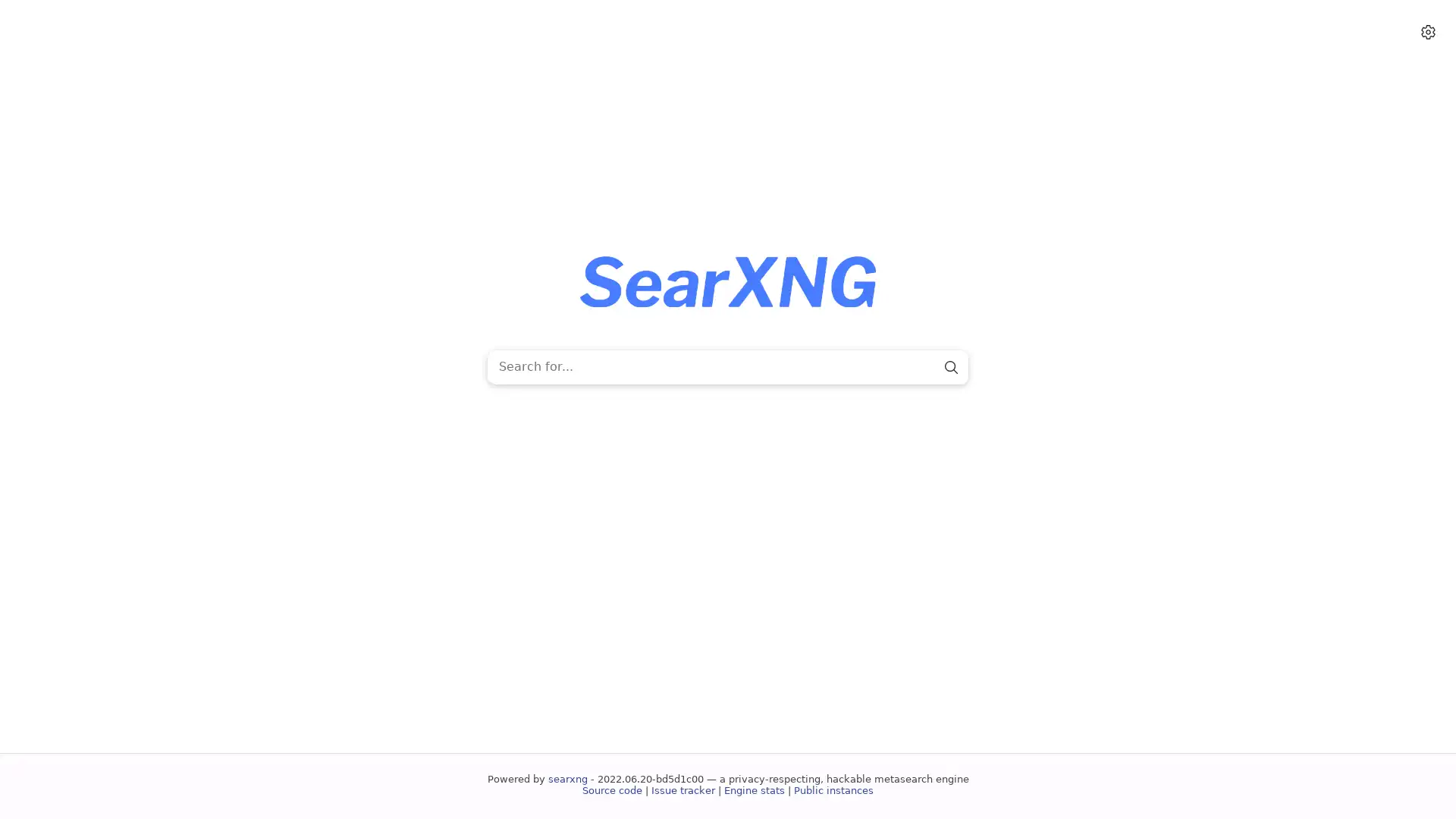  What do you see at coordinates (924, 366) in the screenshot?
I see `clear` at bounding box center [924, 366].